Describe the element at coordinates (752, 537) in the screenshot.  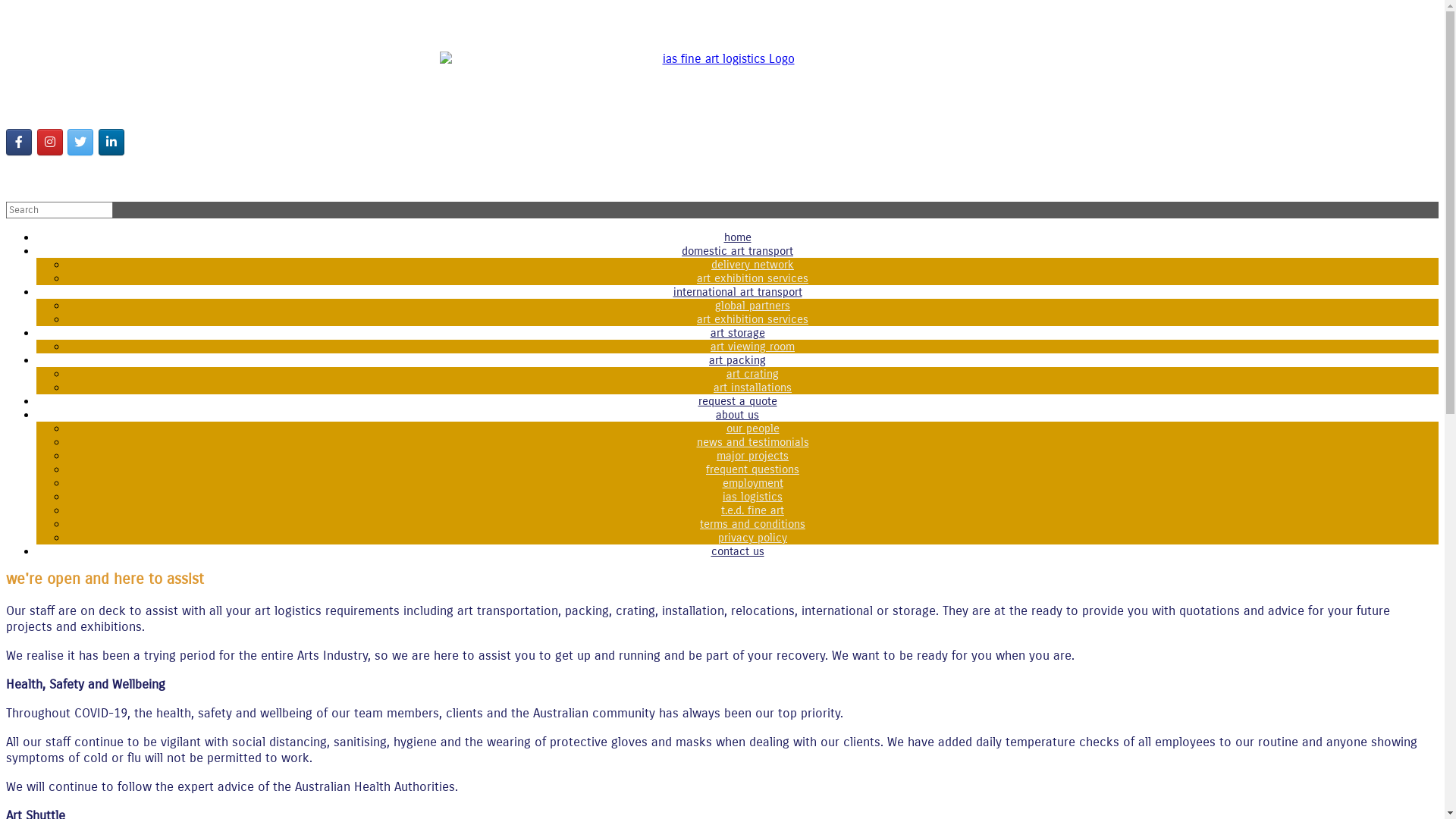
I see `'privacy policy'` at that location.